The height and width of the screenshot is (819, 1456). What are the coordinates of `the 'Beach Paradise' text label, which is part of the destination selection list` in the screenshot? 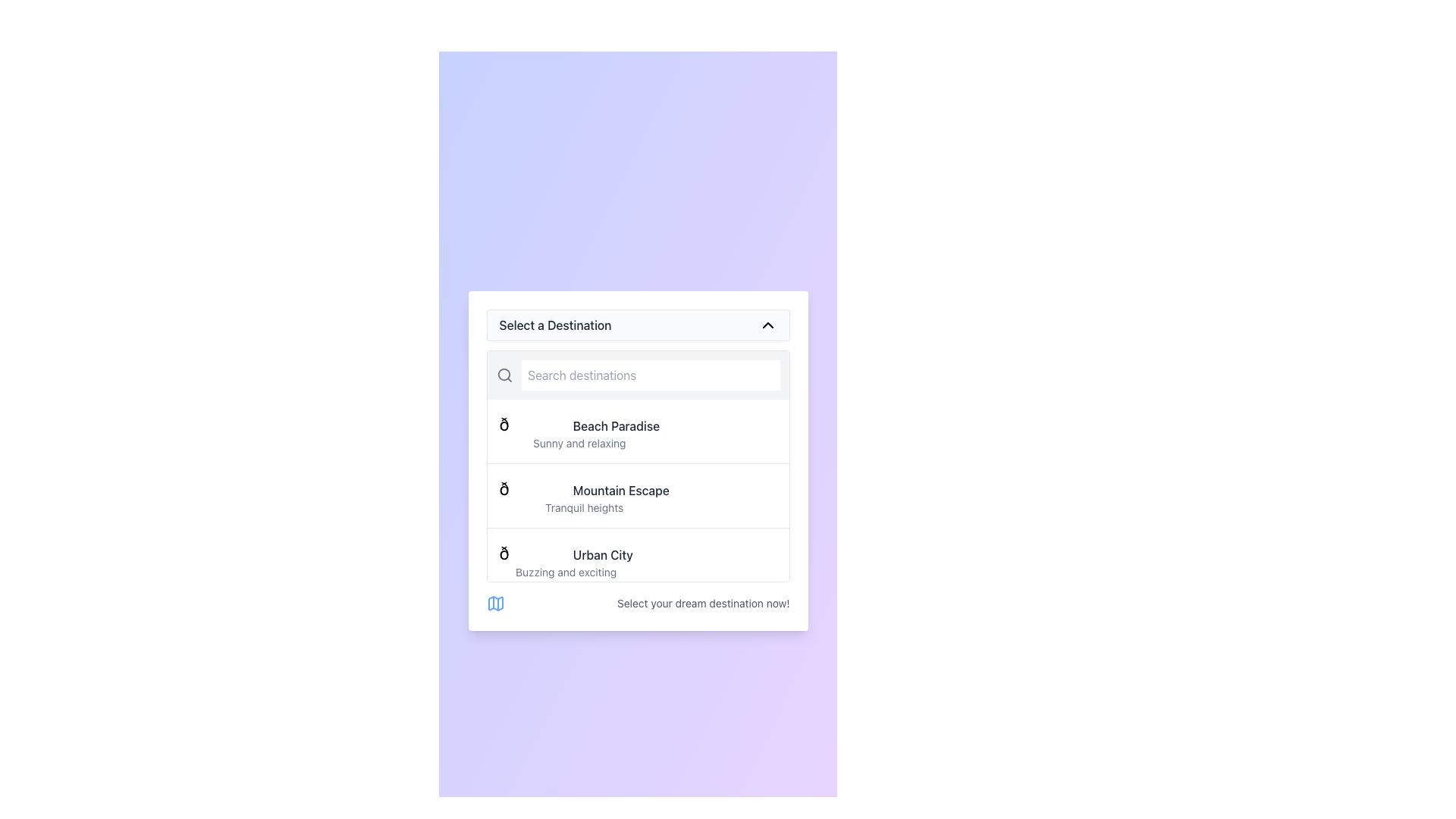 It's located at (616, 426).